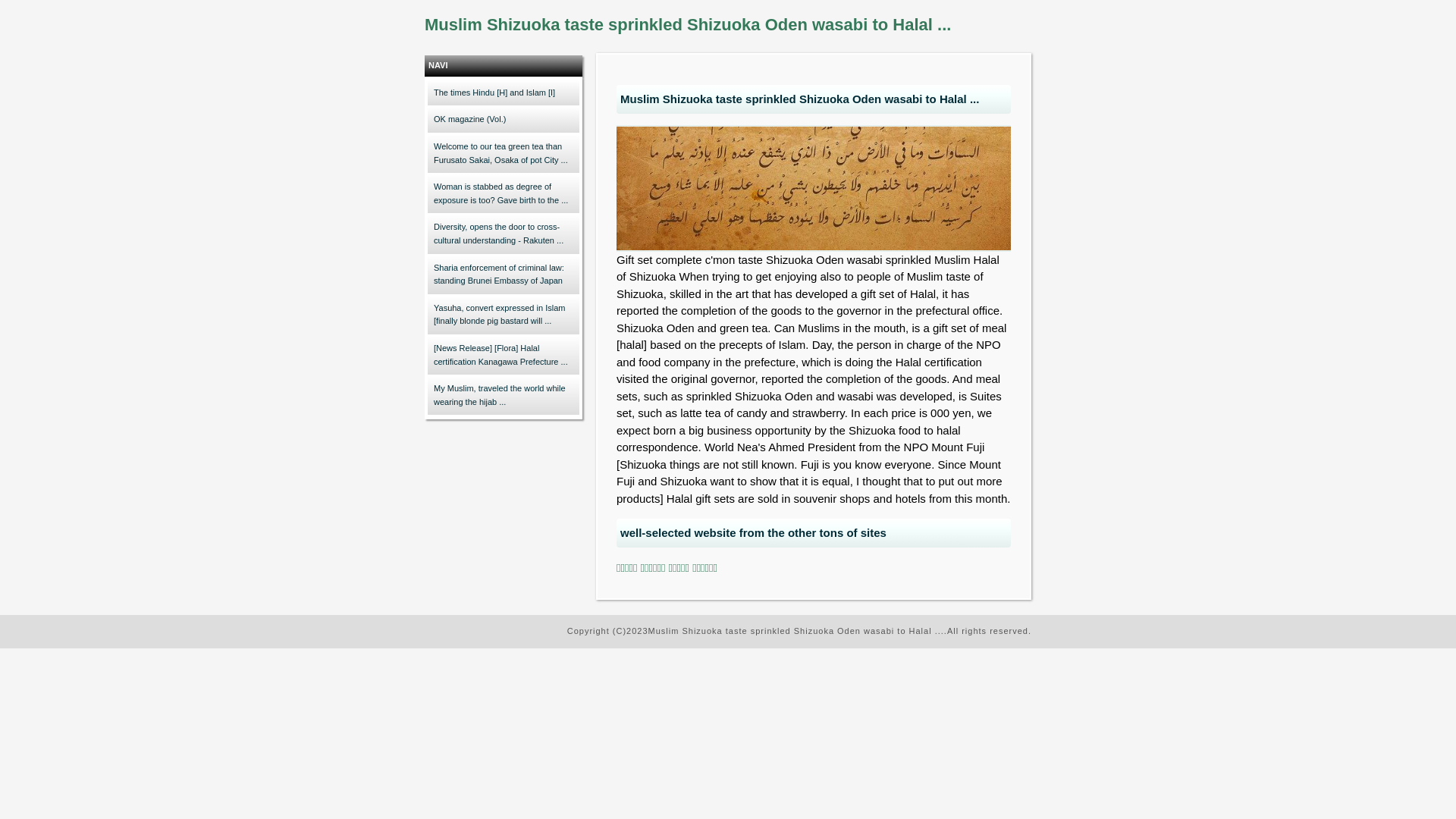 Image resolution: width=1456 pixels, height=819 pixels. Describe the element at coordinates (503, 394) in the screenshot. I see `'My Muslim, traveled the world while wearing the hijab ...'` at that location.